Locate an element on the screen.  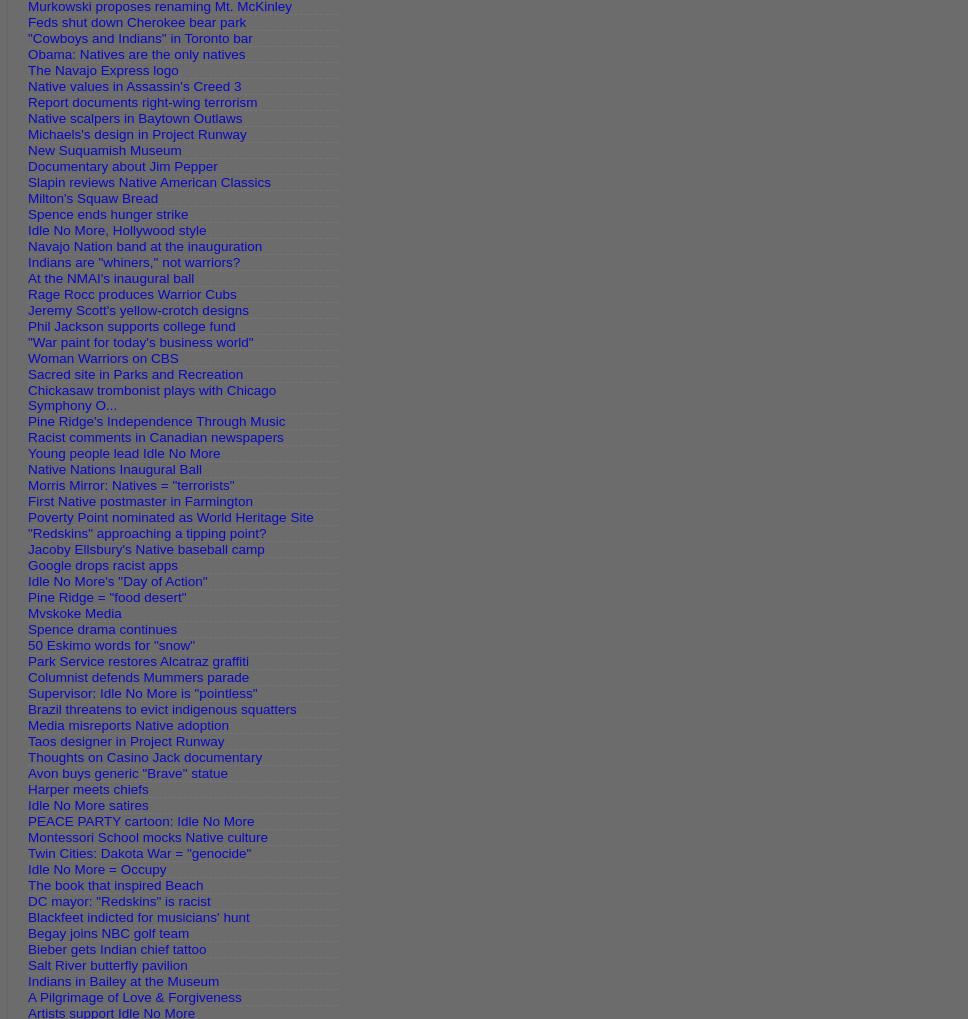
'Media misreports Native adoption' is located at coordinates (127, 725).